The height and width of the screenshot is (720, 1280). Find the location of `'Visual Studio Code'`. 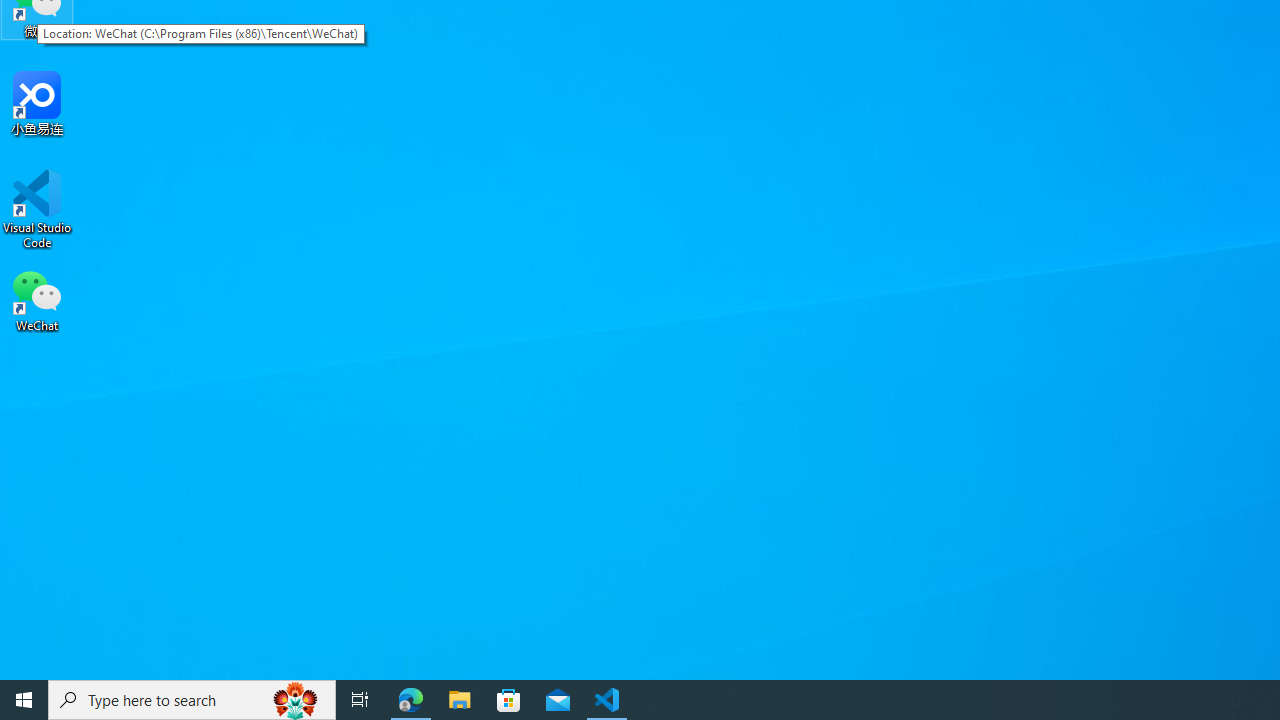

'Visual Studio Code' is located at coordinates (37, 209).